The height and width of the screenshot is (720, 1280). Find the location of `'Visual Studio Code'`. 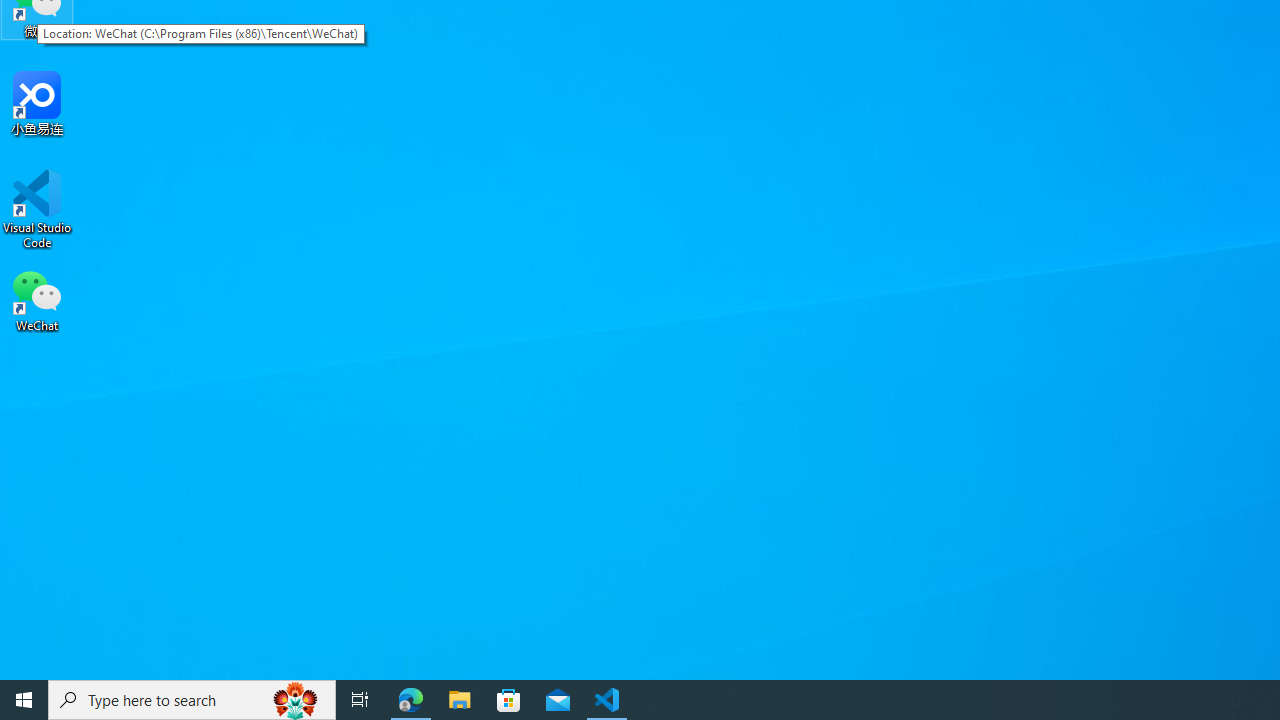

'Visual Studio Code' is located at coordinates (37, 209).